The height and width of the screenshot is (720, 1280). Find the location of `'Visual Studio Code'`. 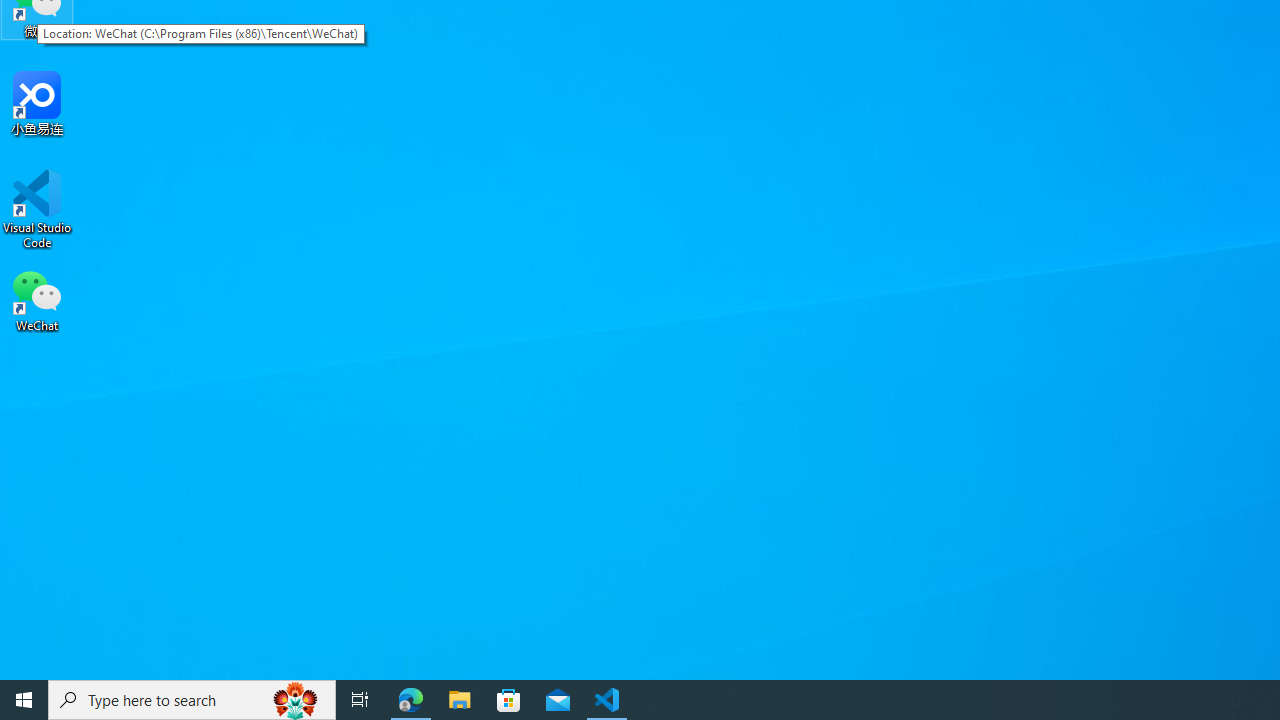

'Visual Studio Code' is located at coordinates (37, 209).